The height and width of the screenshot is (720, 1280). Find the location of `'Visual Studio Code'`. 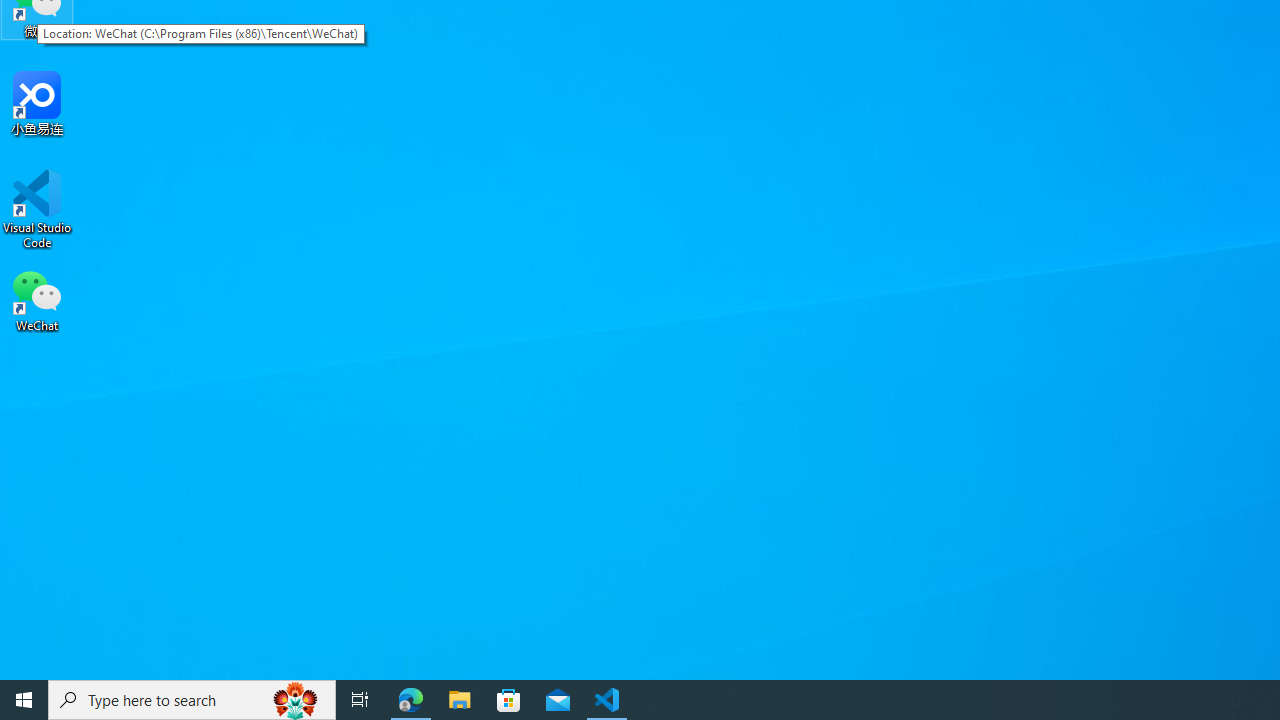

'Visual Studio Code' is located at coordinates (37, 209).